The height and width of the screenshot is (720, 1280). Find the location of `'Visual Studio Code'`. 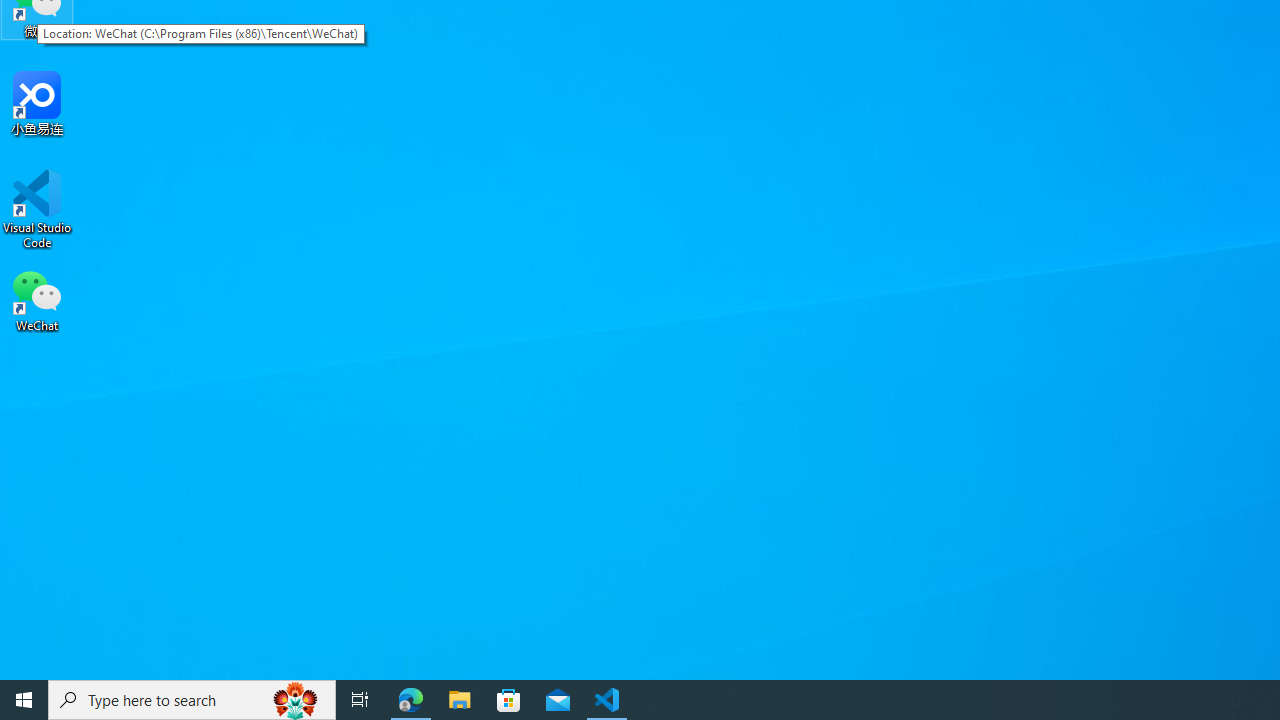

'Visual Studio Code' is located at coordinates (37, 209).